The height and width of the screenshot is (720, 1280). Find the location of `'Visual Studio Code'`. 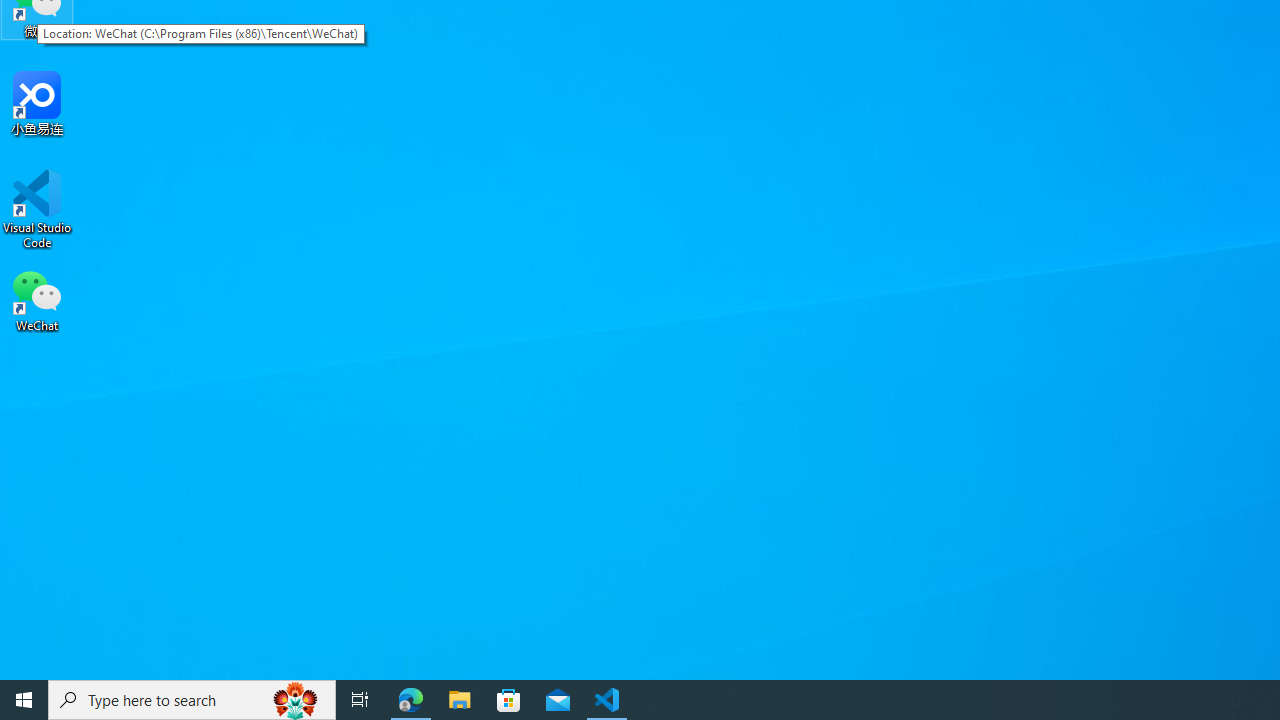

'Visual Studio Code' is located at coordinates (37, 209).